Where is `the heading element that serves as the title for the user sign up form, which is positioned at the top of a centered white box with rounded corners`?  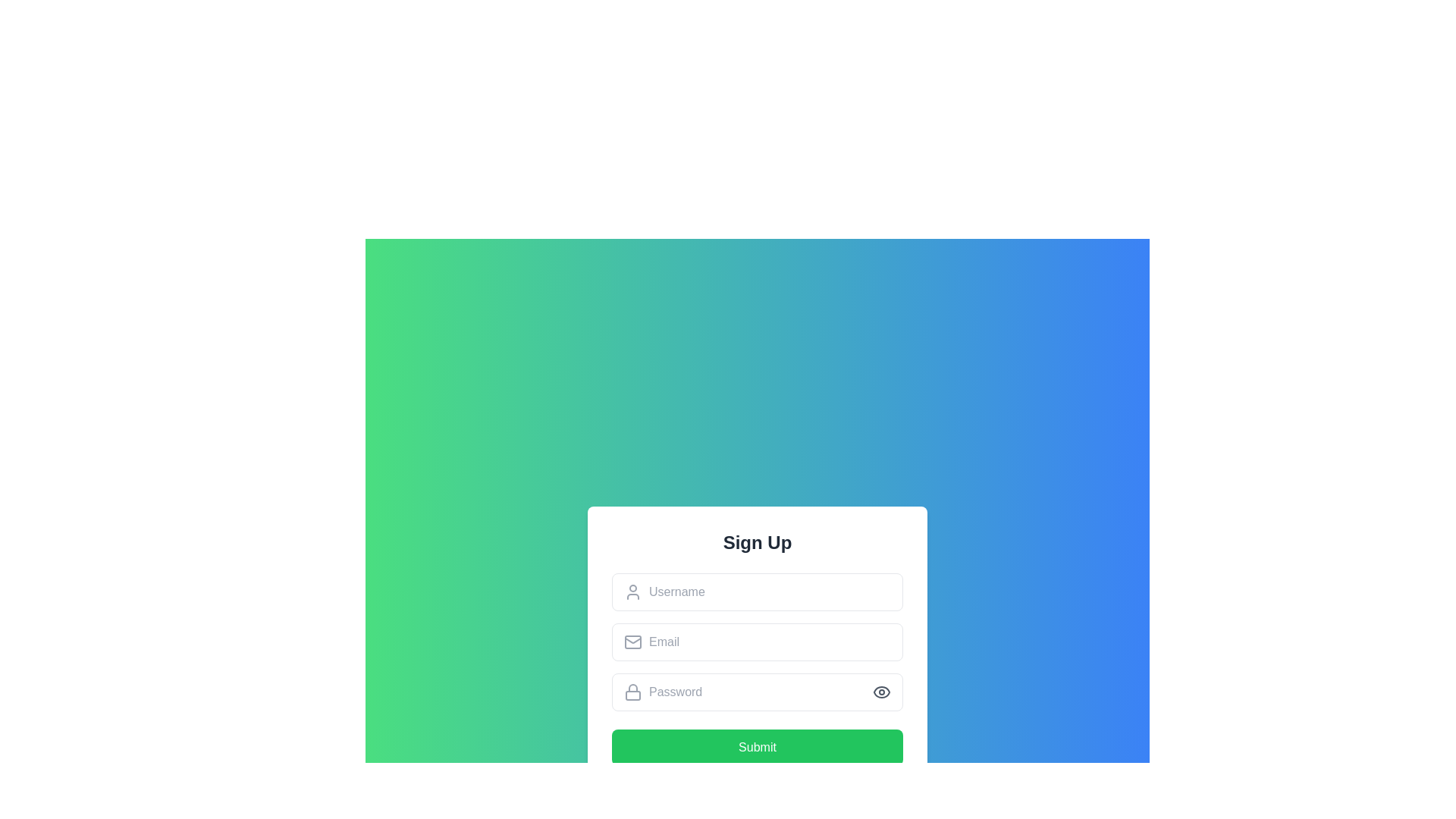 the heading element that serves as the title for the user sign up form, which is positioned at the top of a centered white box with rounded corners is located at coordinates (757, 542).